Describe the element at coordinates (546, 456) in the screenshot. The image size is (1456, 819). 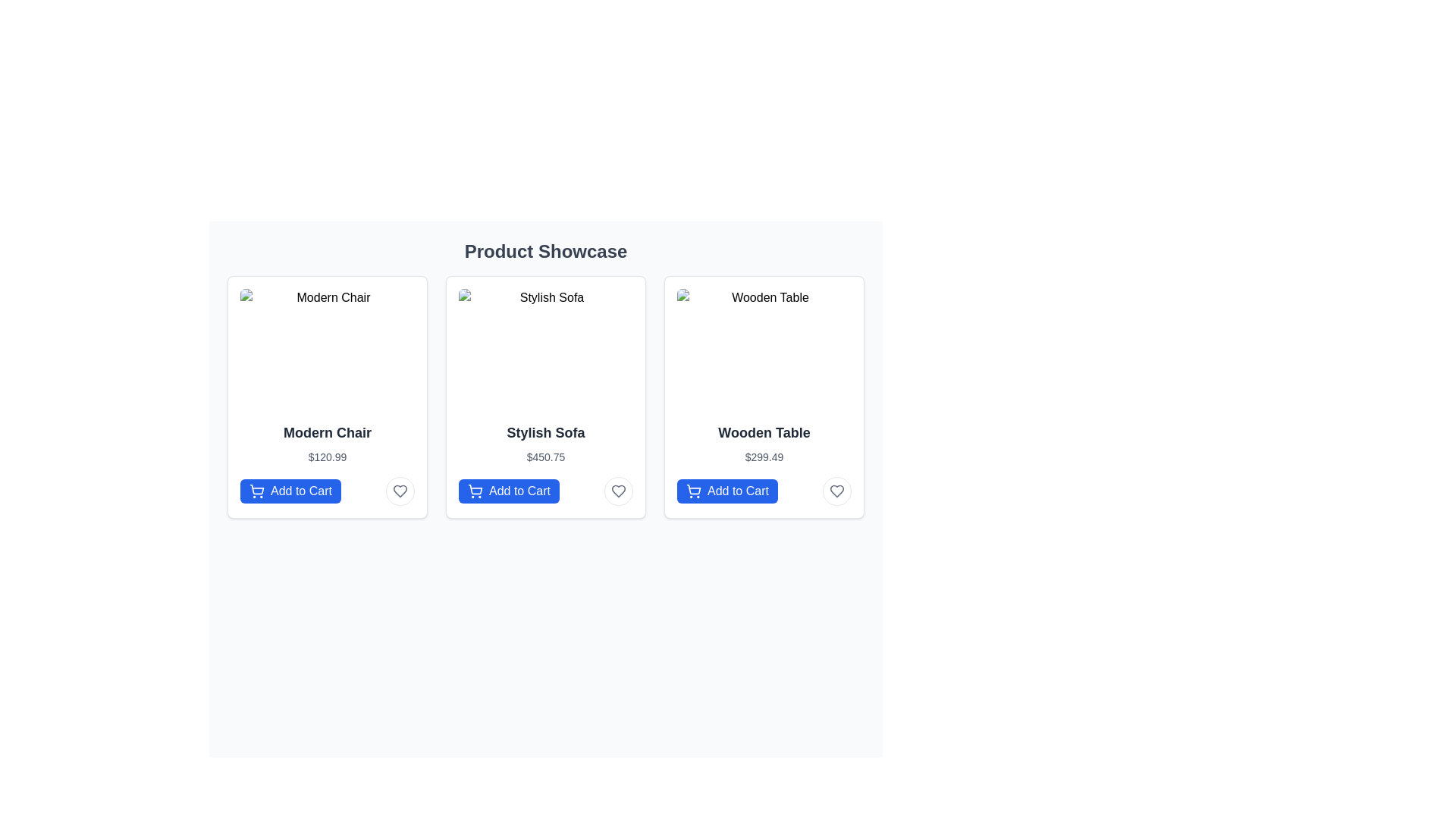
I see `the price text displaying the price of the featured product 'Stylish Sofa', located below the title and above the 'Add to Cart' button in the product card` at that location.